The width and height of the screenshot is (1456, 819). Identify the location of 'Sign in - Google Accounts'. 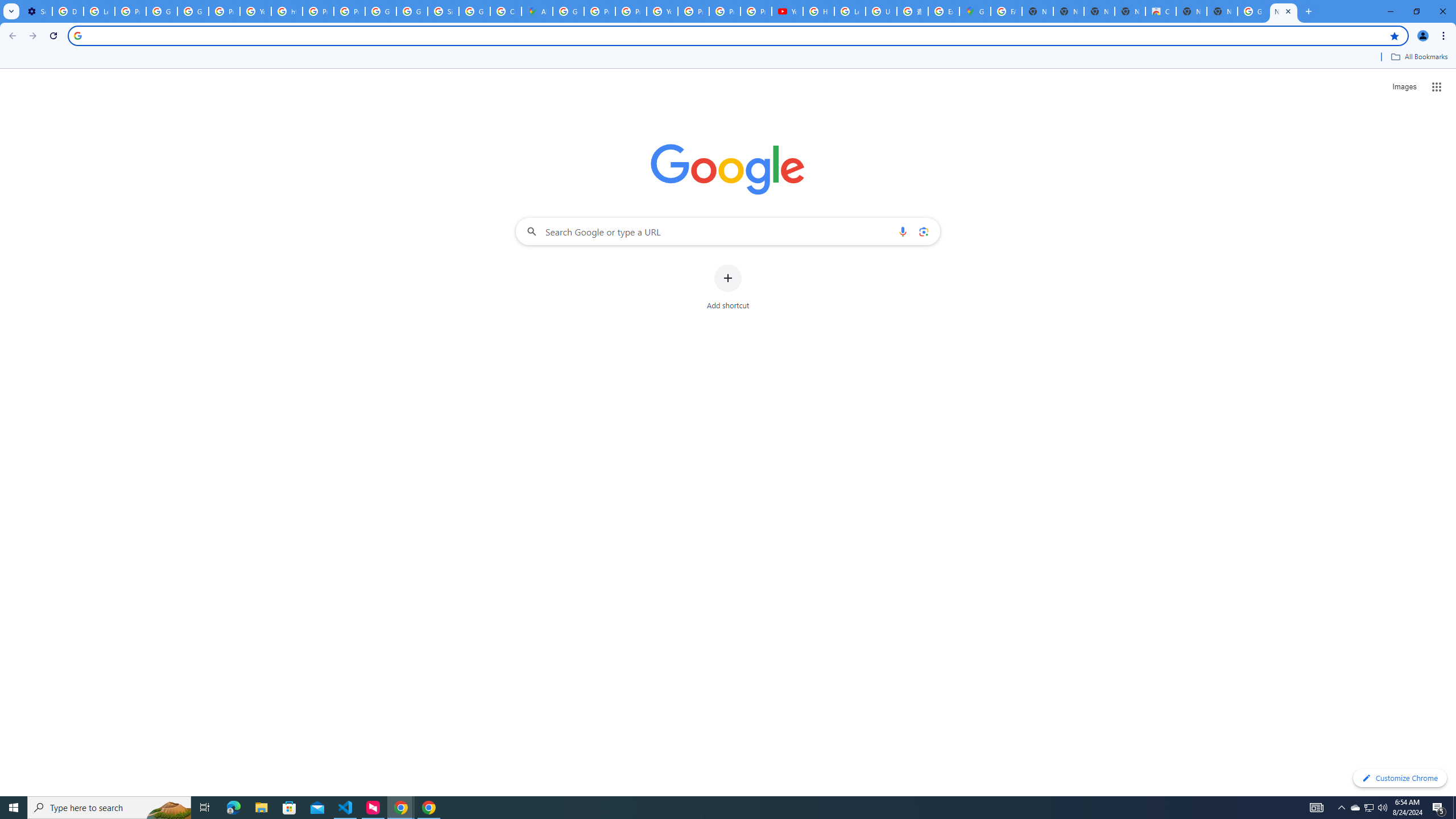
(442, 11).